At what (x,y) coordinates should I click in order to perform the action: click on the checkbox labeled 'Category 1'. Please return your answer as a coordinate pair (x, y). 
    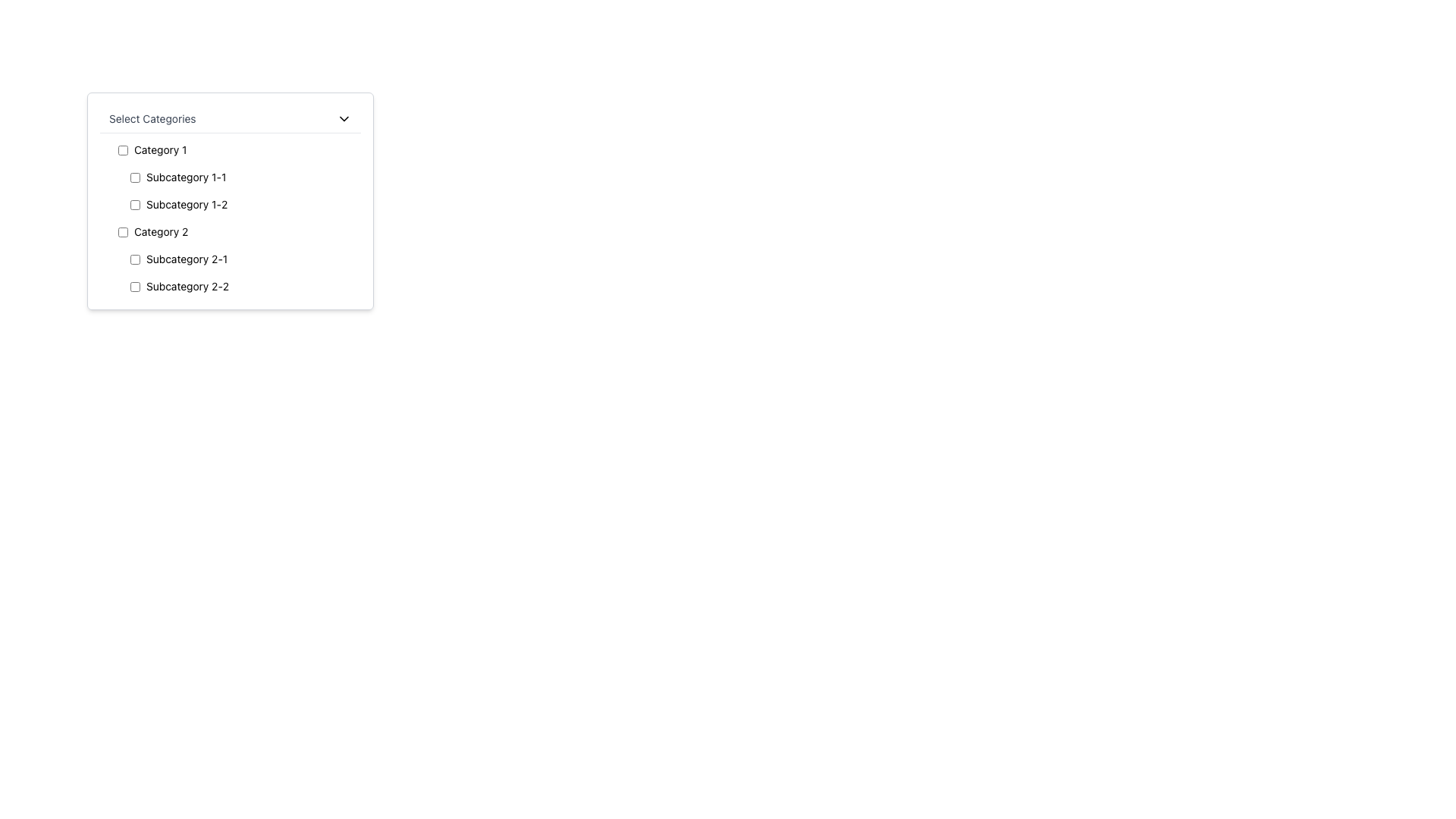
    Looking at the image, I should click on (236, 149).